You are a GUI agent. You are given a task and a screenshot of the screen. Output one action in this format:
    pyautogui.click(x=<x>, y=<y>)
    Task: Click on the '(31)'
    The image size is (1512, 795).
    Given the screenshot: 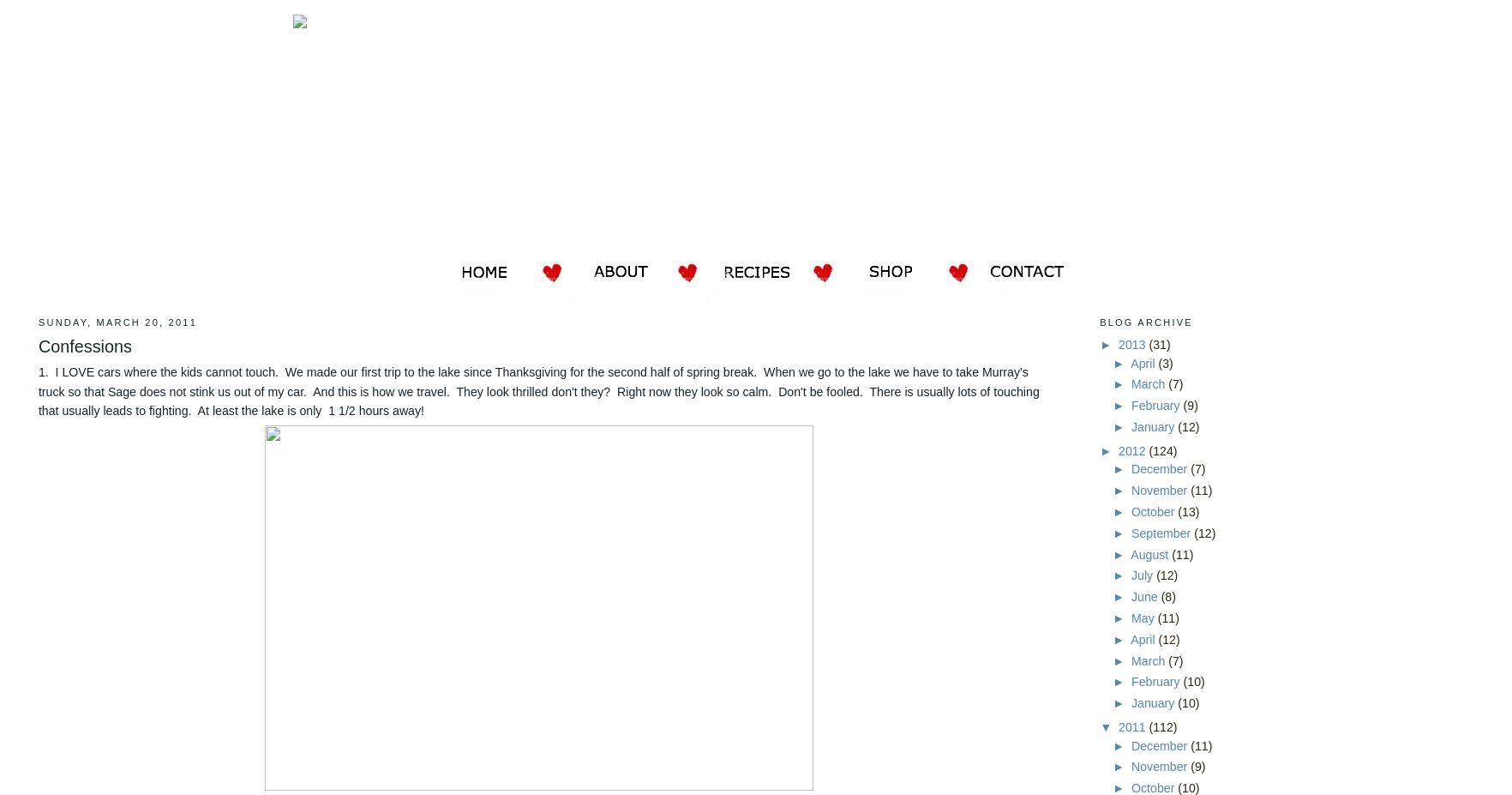 What is the action you would take?
    pyautogui.click(x=1159, y=344)
    